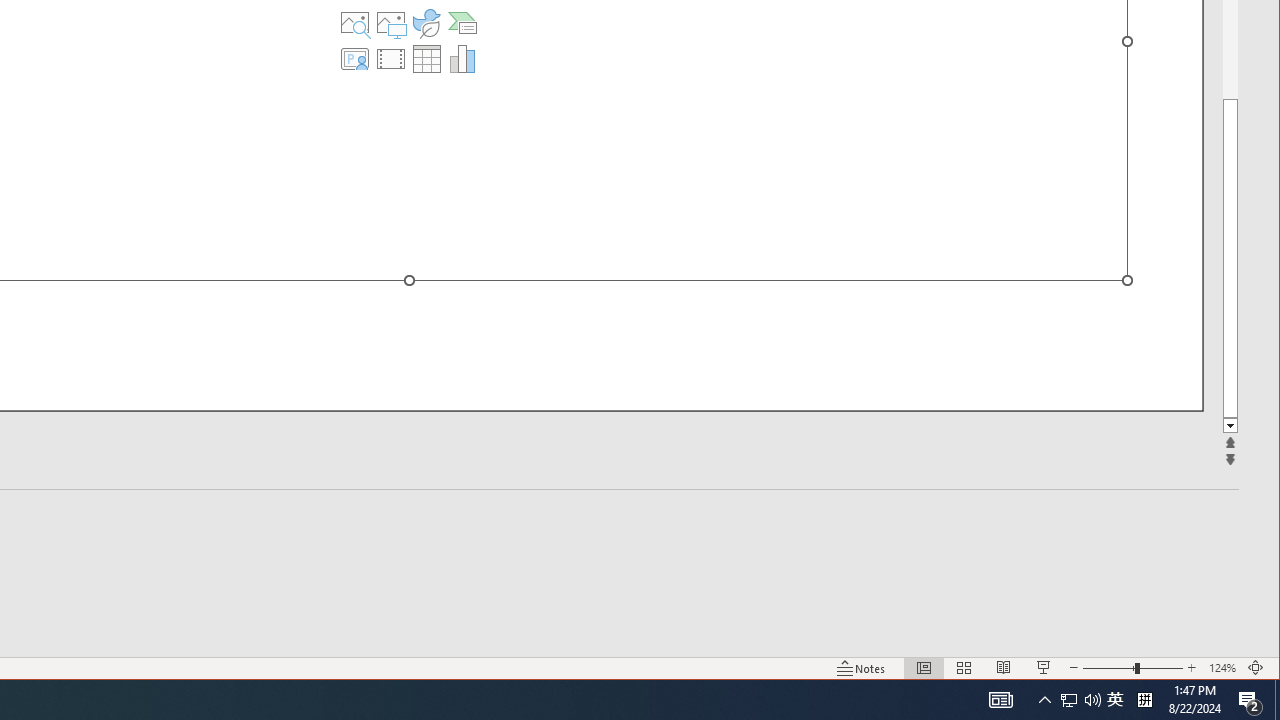  Describe the element at coordinates (461, 23) in the screenshot. I see `'Insert a SmartArt Graphic'` at that location.